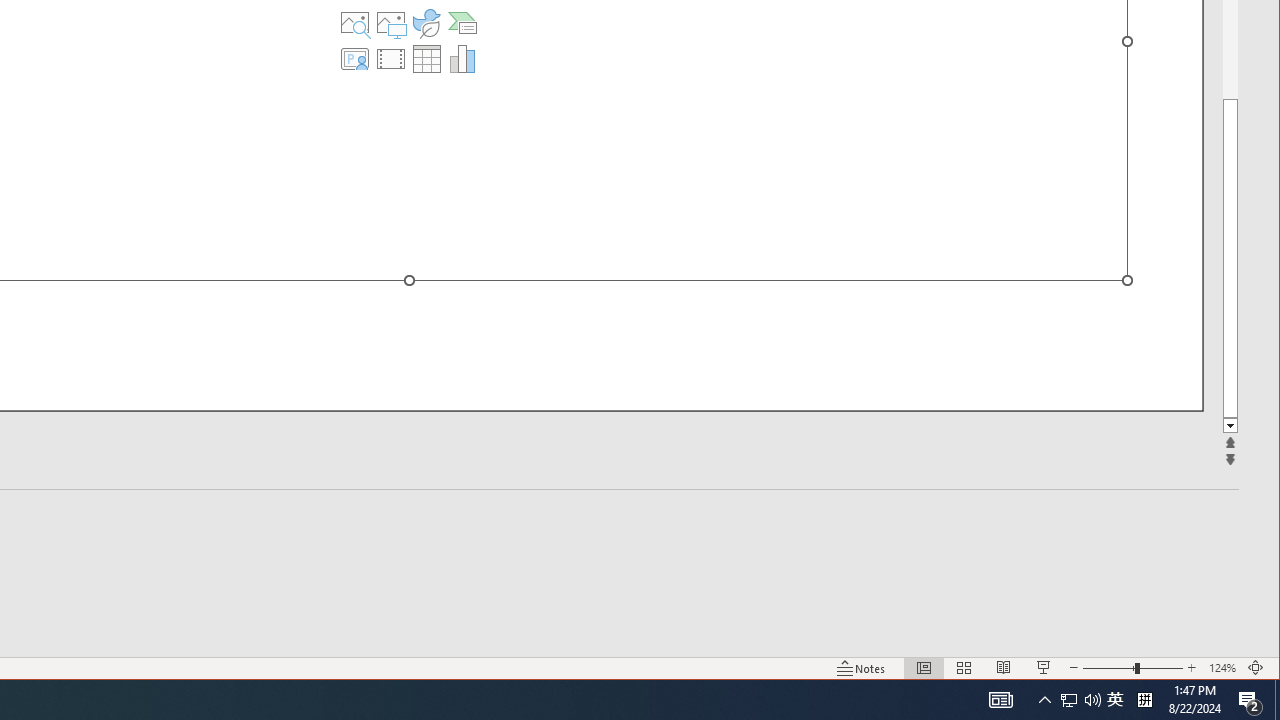  Describe the element at coordinates (461, 23) in the screenshot. I see `'Insert a SmartArt Graphic'` at that location.